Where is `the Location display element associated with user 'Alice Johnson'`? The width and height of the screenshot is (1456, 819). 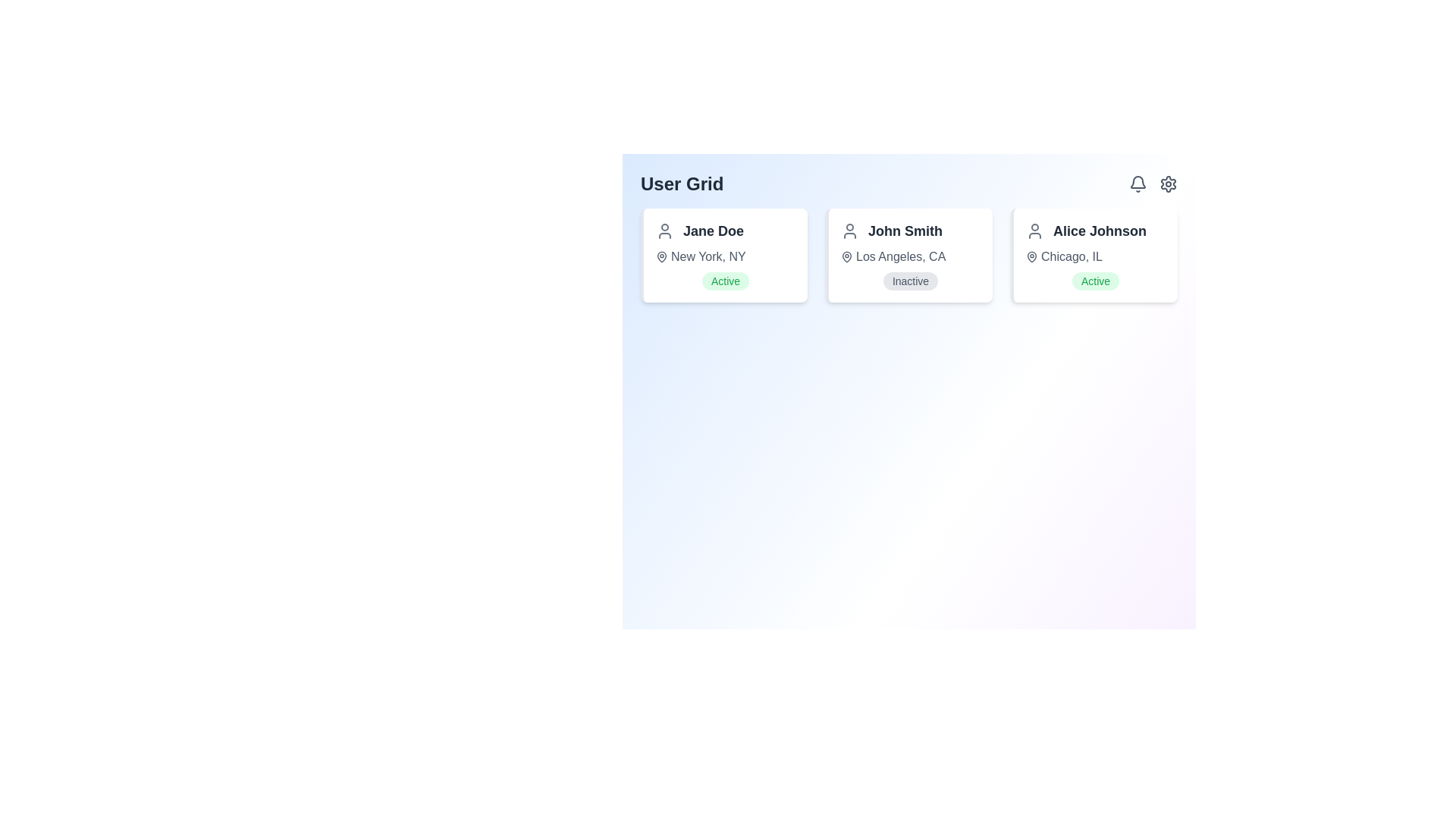 the Location display element associated with user 'Alice Johnson' is located at coordinates (1095, 256).